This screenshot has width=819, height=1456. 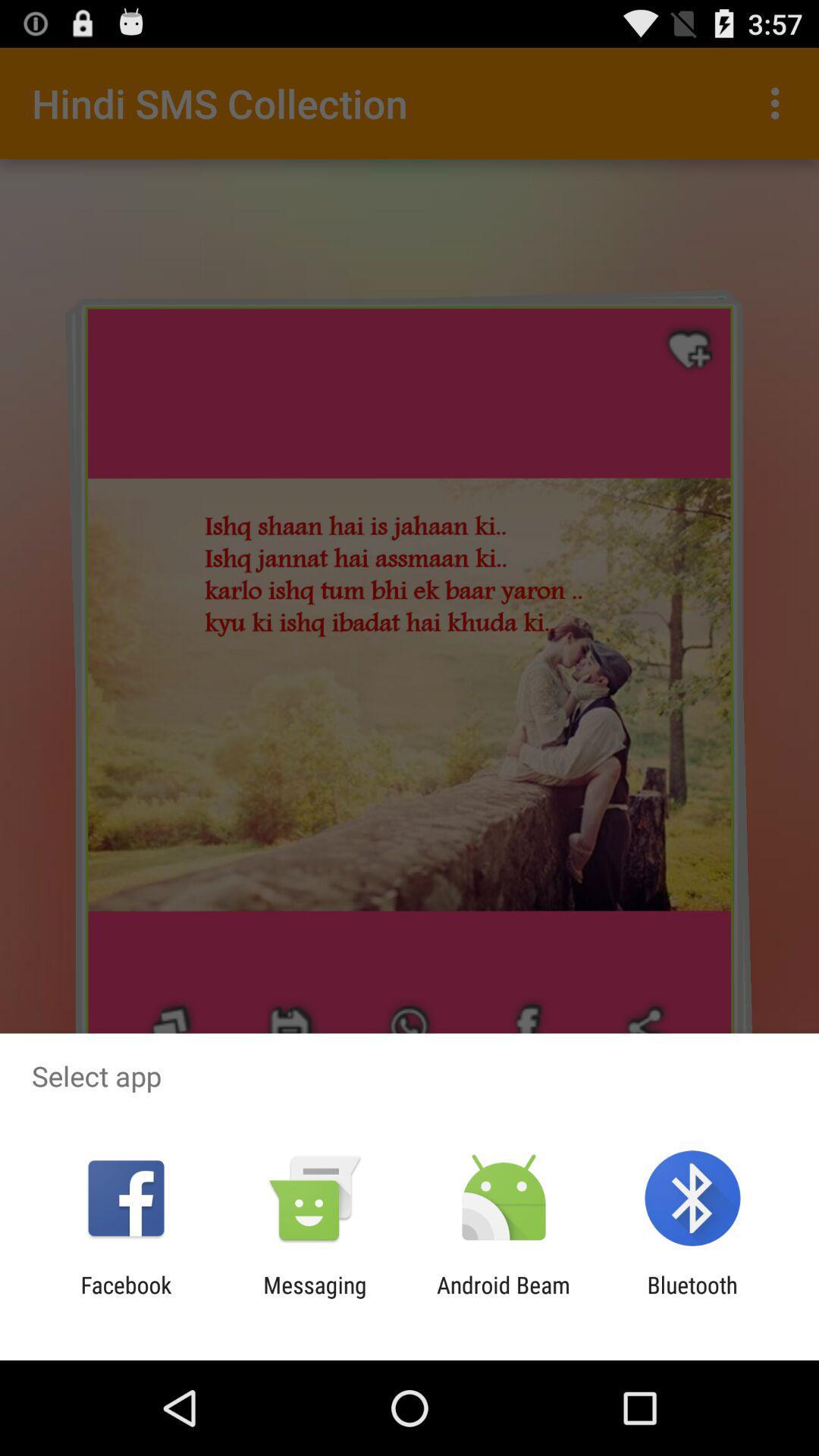 I want to click on the messaging item, so click(x=314, y=1298).